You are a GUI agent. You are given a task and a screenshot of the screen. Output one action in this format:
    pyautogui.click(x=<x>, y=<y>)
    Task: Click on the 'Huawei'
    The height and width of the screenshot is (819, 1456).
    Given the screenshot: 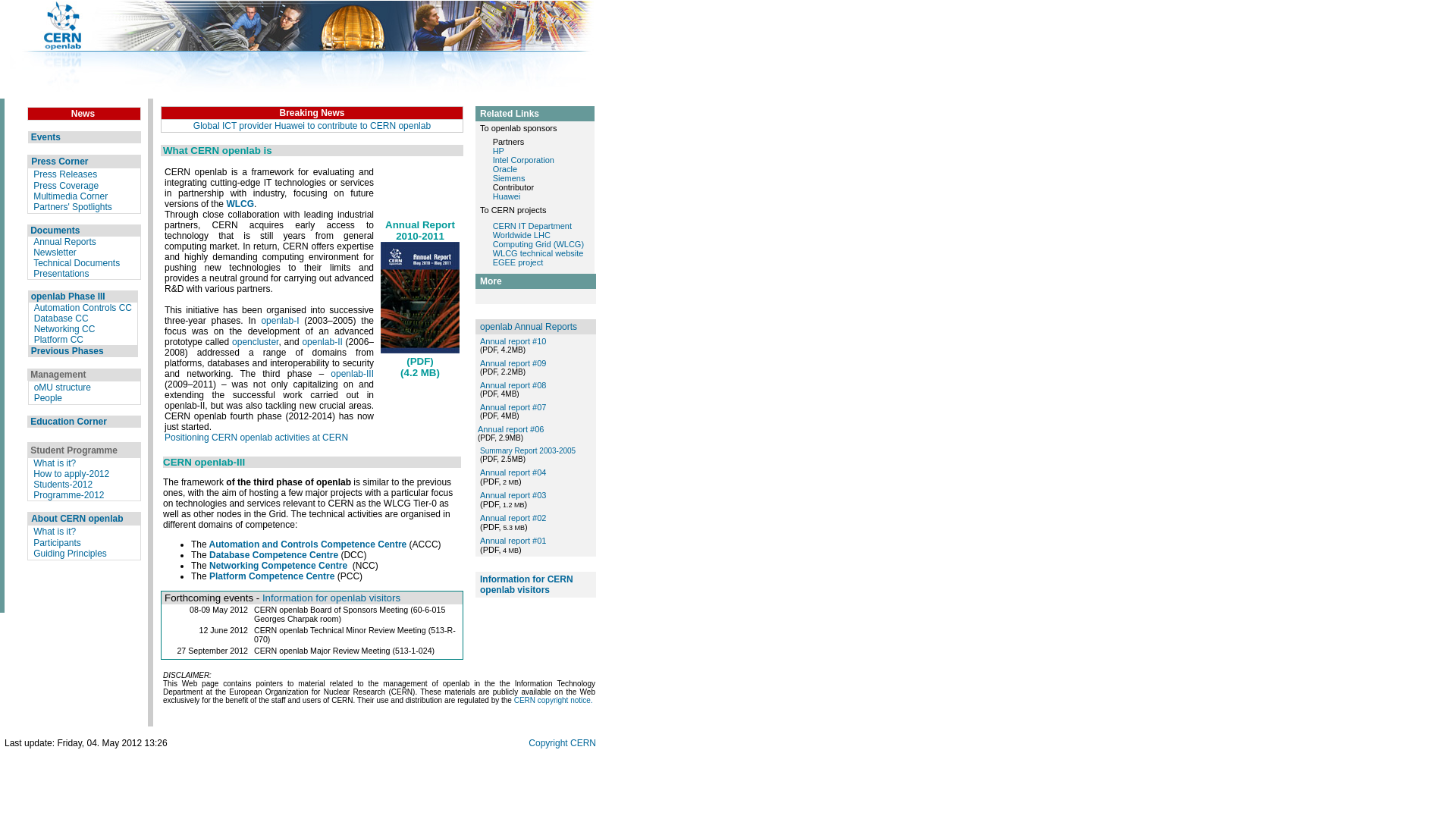 What is the action you would take?
    pyautogui.click(x=507, y=195)
    